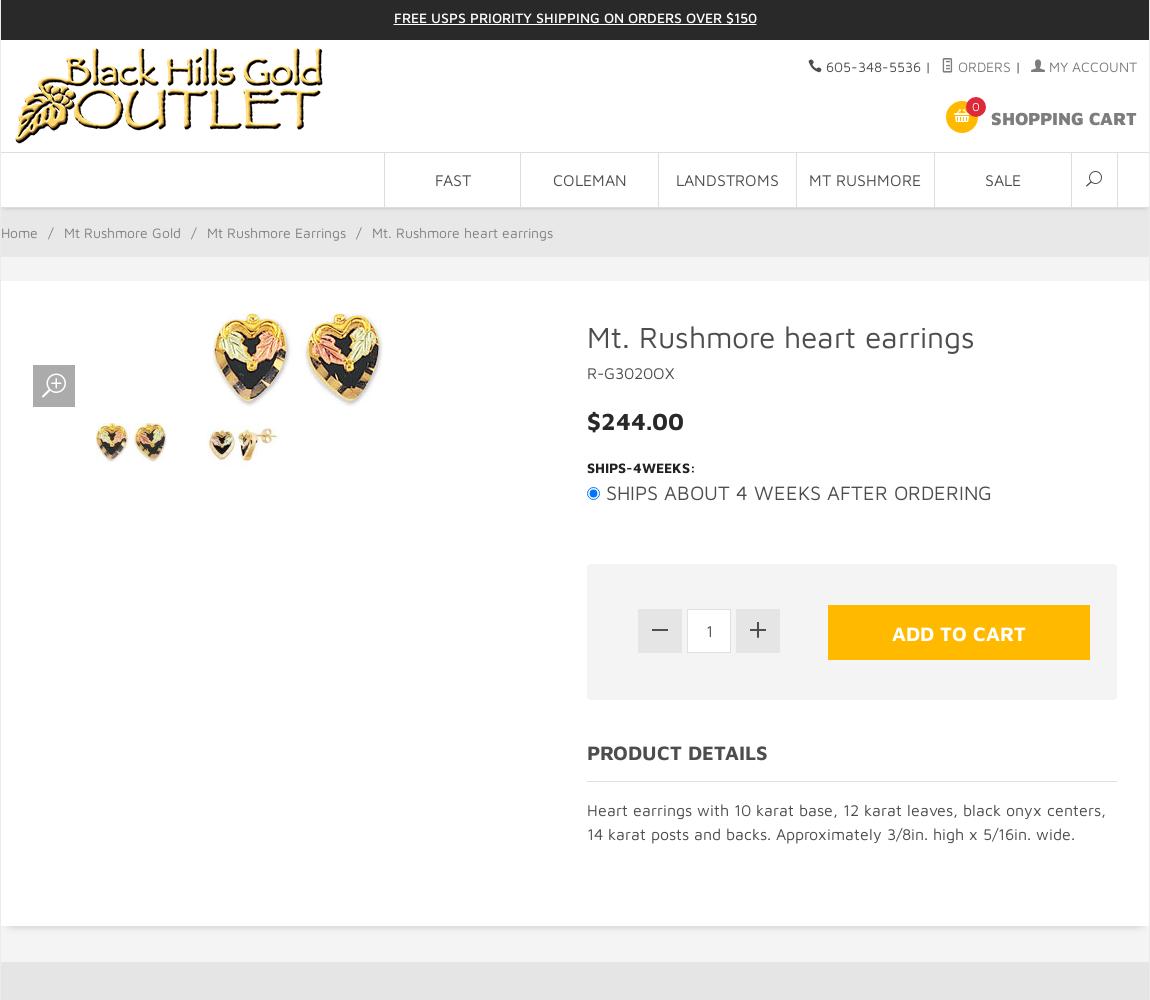 This screenshot has width=1150, height=1000. I want to click on 'Mt Rushmore Gold', so click(121, 231).